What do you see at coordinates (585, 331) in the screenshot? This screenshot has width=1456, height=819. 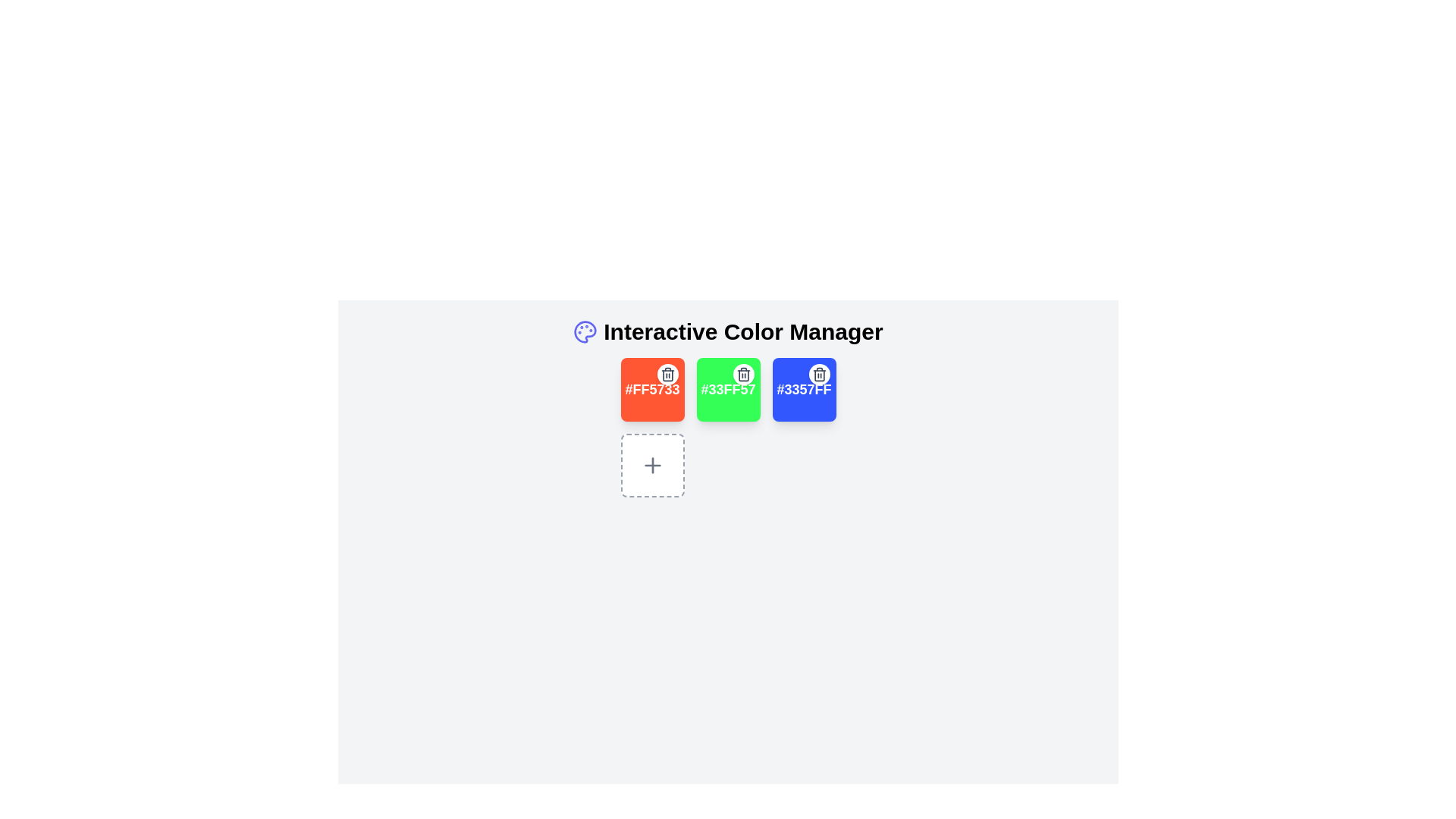 I see `decorative icon located to the left of the 'Interactive Color Manager' text in the header section of the interface` at bounding box center [585, 331].